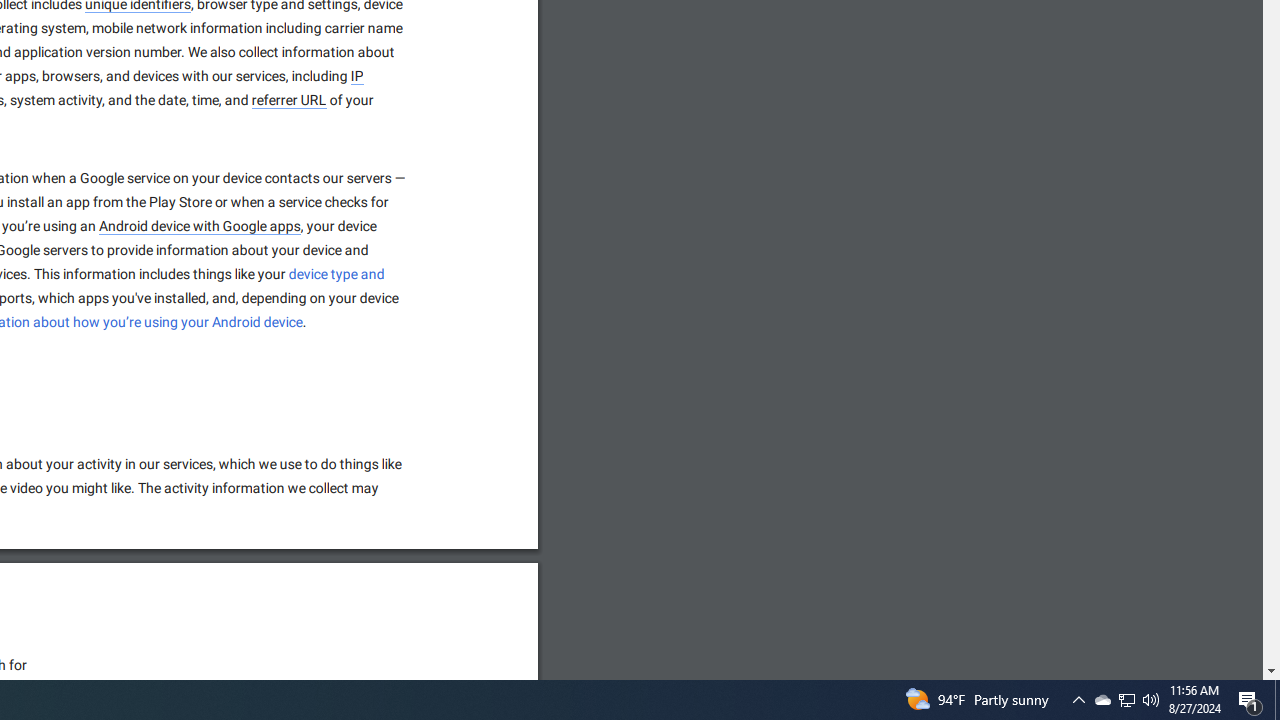 This screenshot has width=1280, height=720. Describe the element at coordinates (337, 274) in the screenshot. I see `'device type and'` at that location.